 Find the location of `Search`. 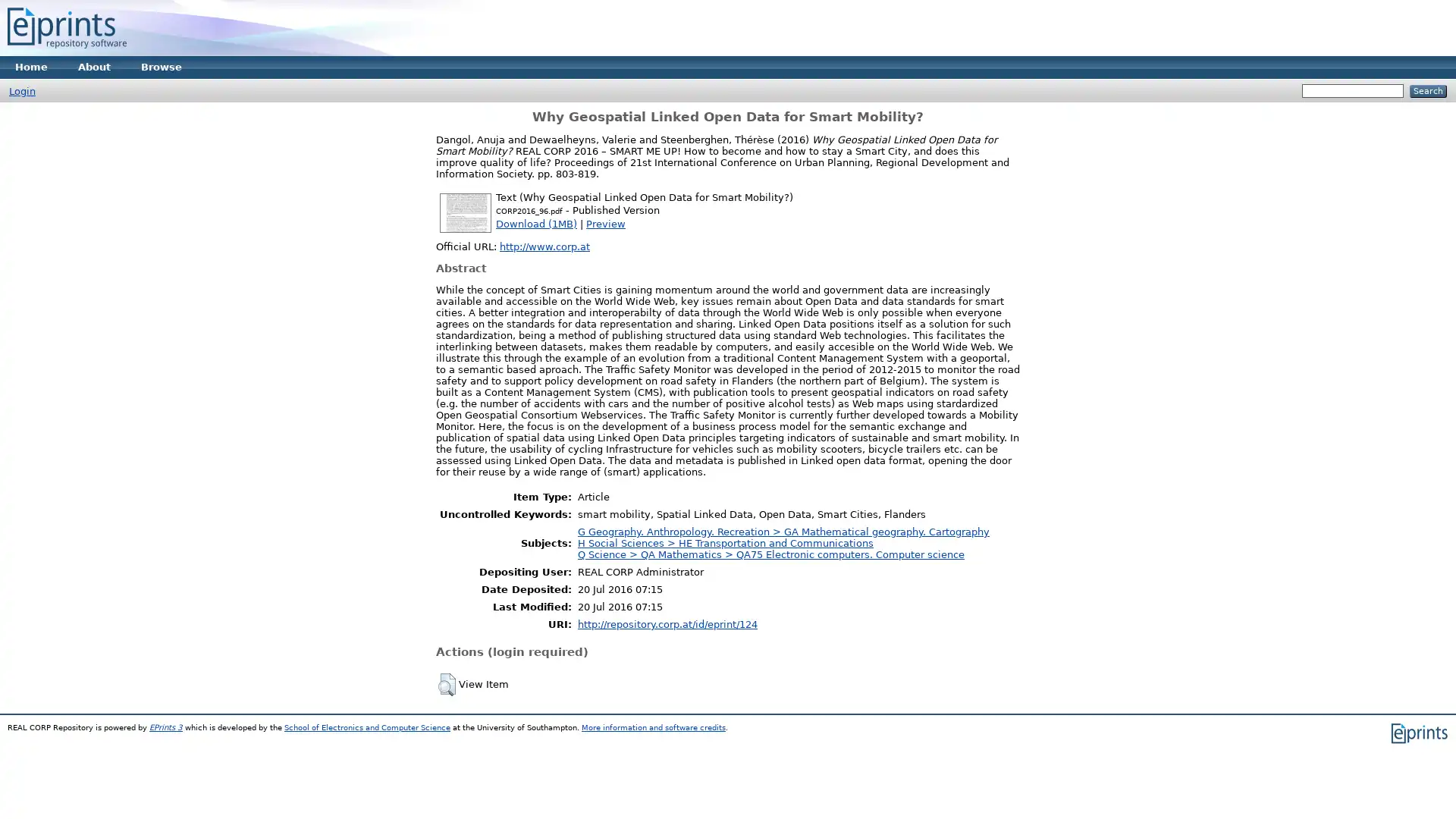

Search is located at coordinates (1427, 91).